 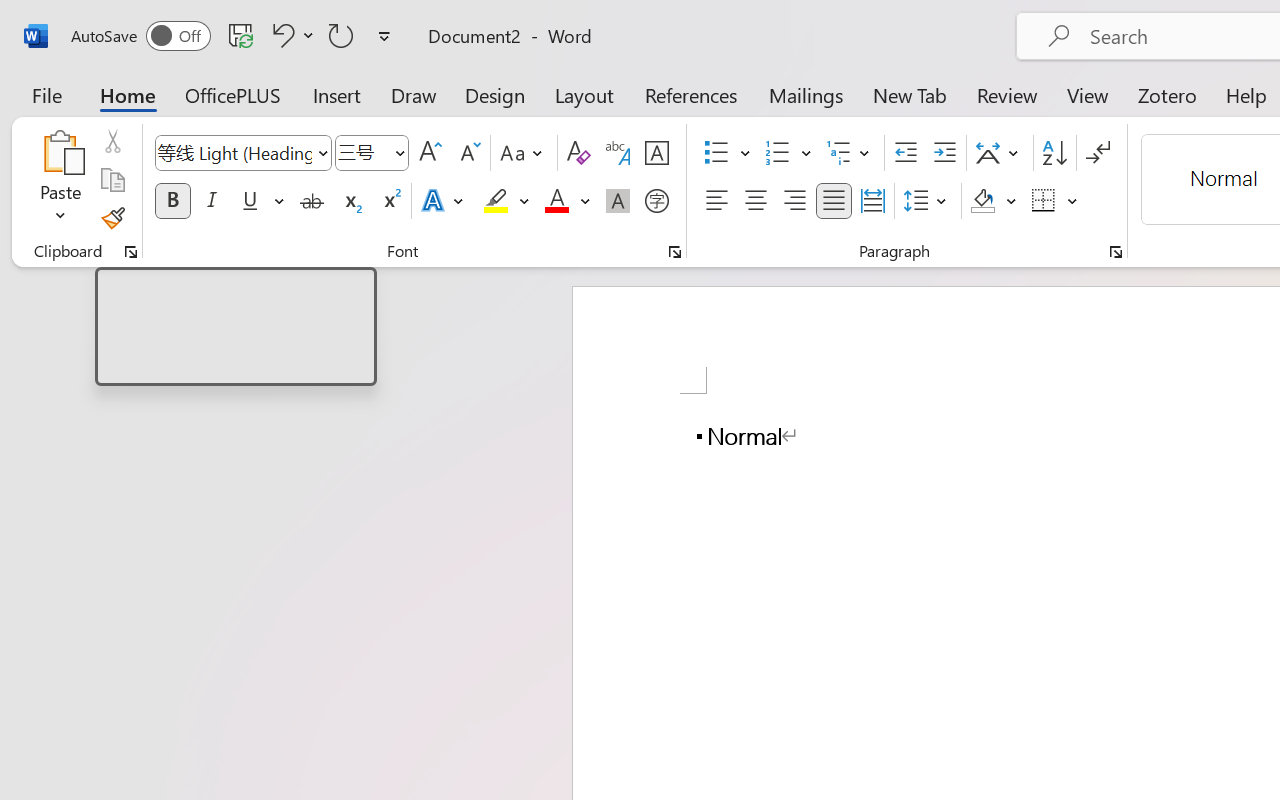 I want to click on 'Borders', so click(x=1043, y=201).